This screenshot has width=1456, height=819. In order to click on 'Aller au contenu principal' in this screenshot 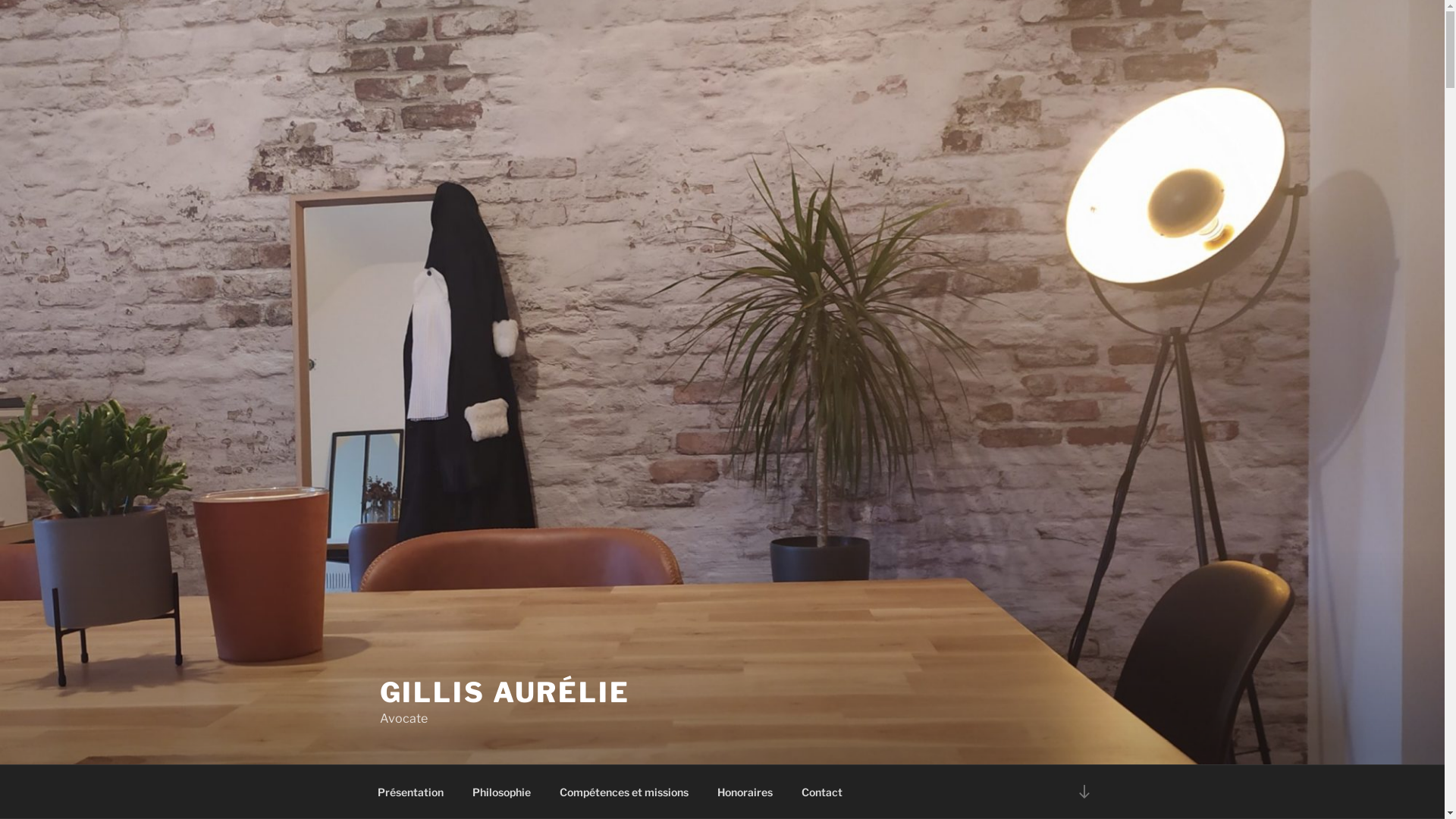, I will do `click(0, 0)`.